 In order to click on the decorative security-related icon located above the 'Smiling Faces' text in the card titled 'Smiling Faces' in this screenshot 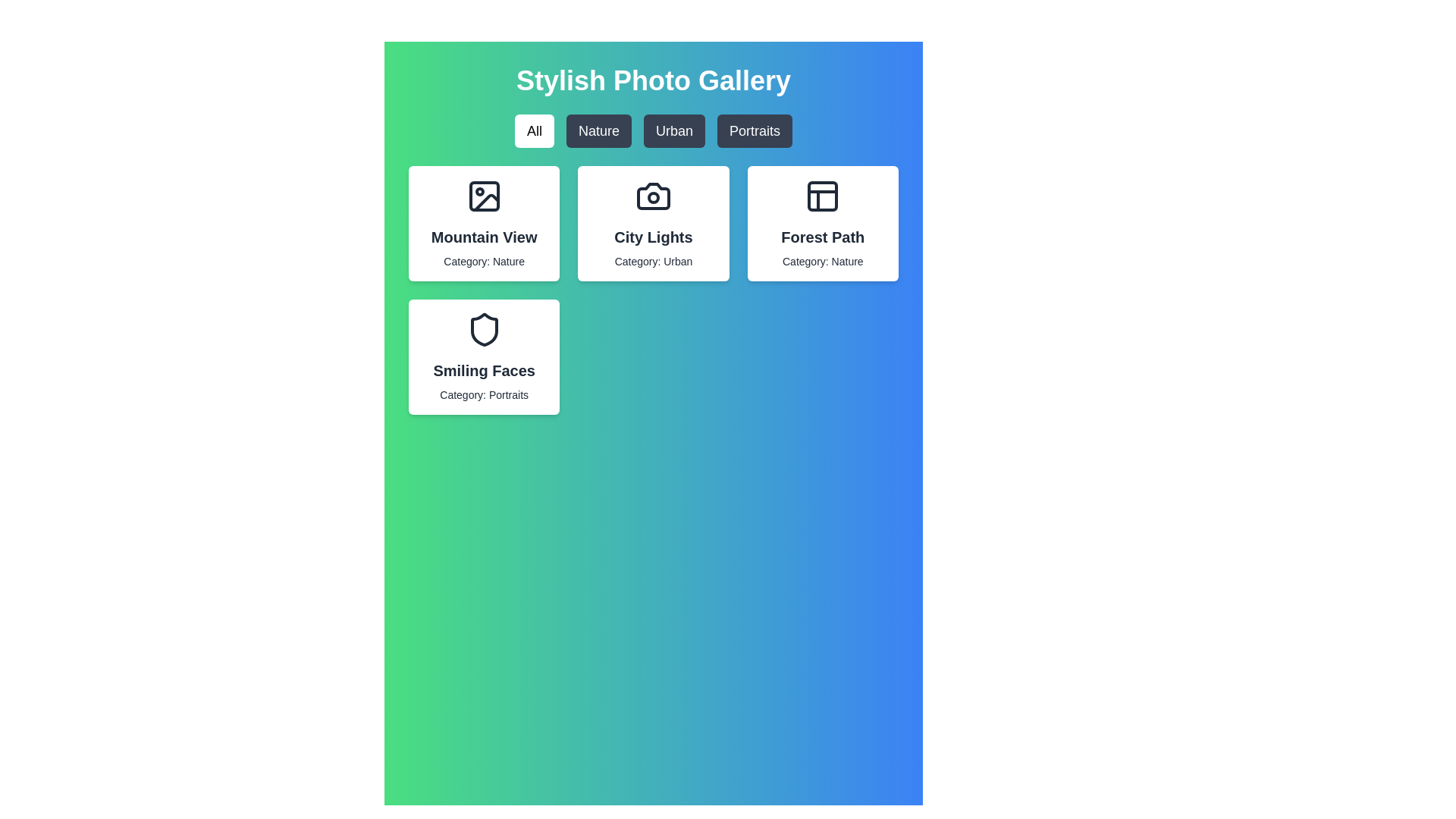, I will do `click(483, 329)`.